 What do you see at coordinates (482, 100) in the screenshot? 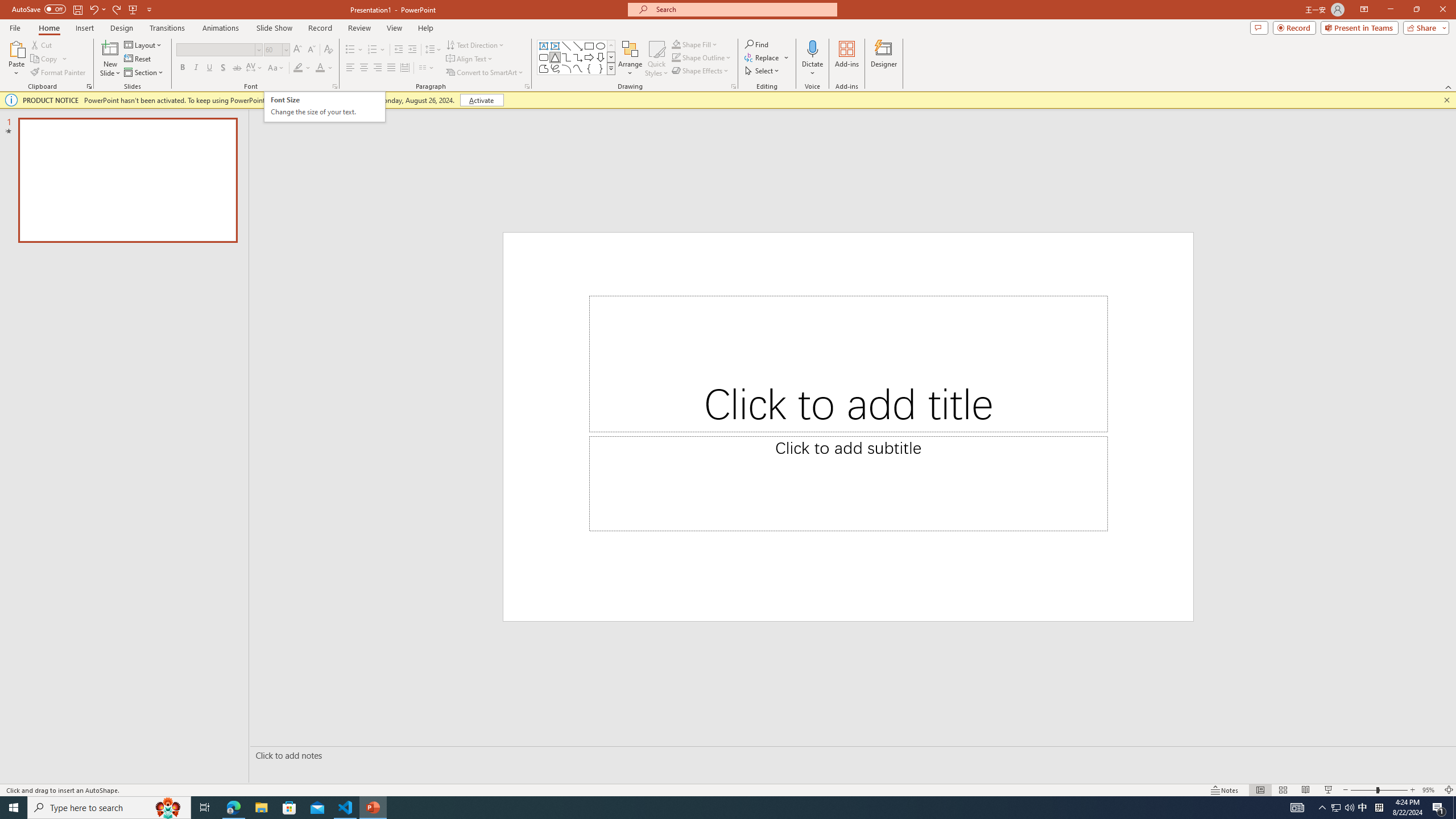
I see `'Activate'` at bounding box center [482, 100].